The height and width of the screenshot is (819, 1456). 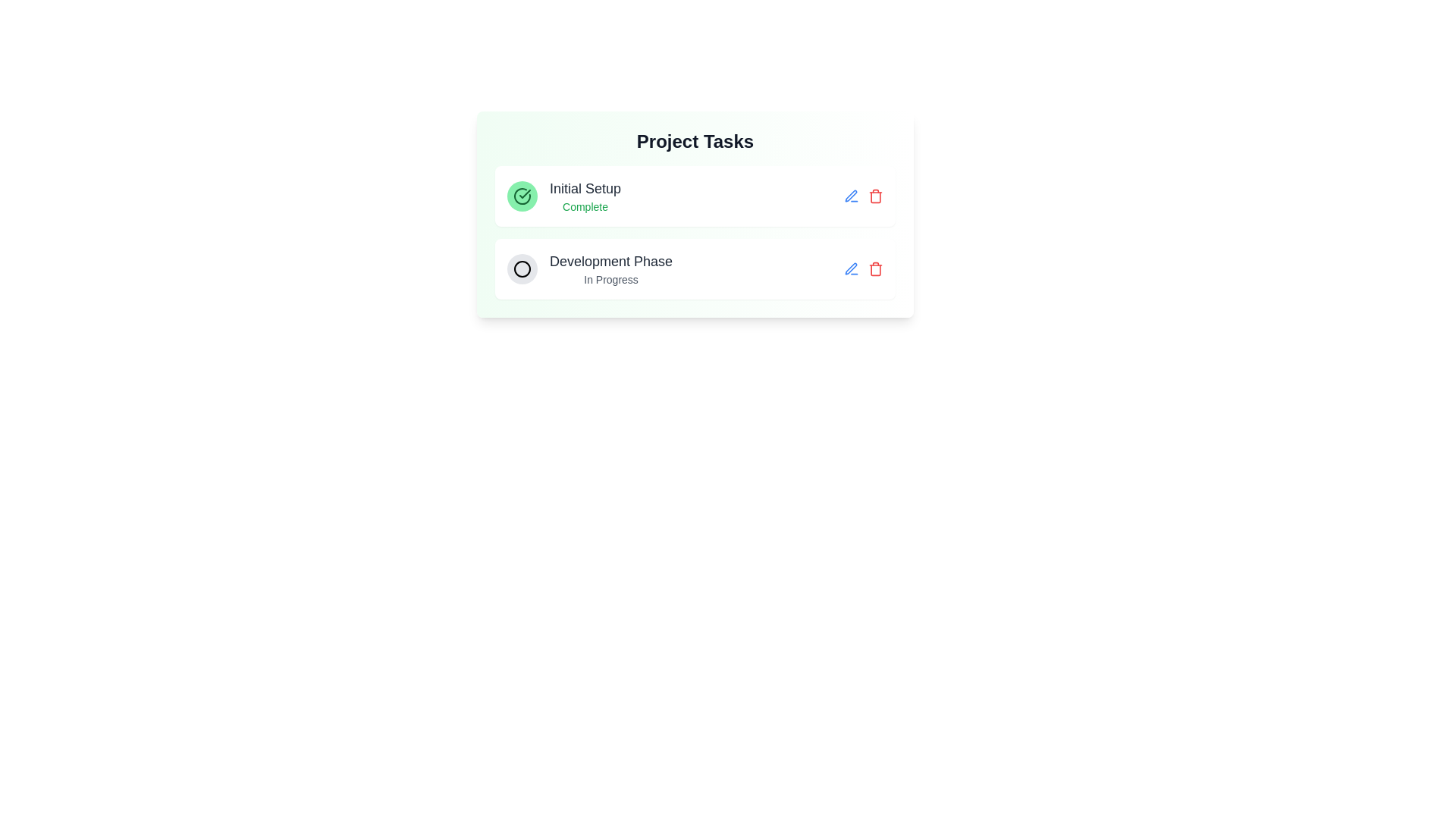 I want to click on the 'Development Phase' text display, which shows 'Development Phase' in bold dark gray and 'In Progress' in lighter gray, located below the 'Initial Setup' task in the project tasks list, so click(x=611, y=268).